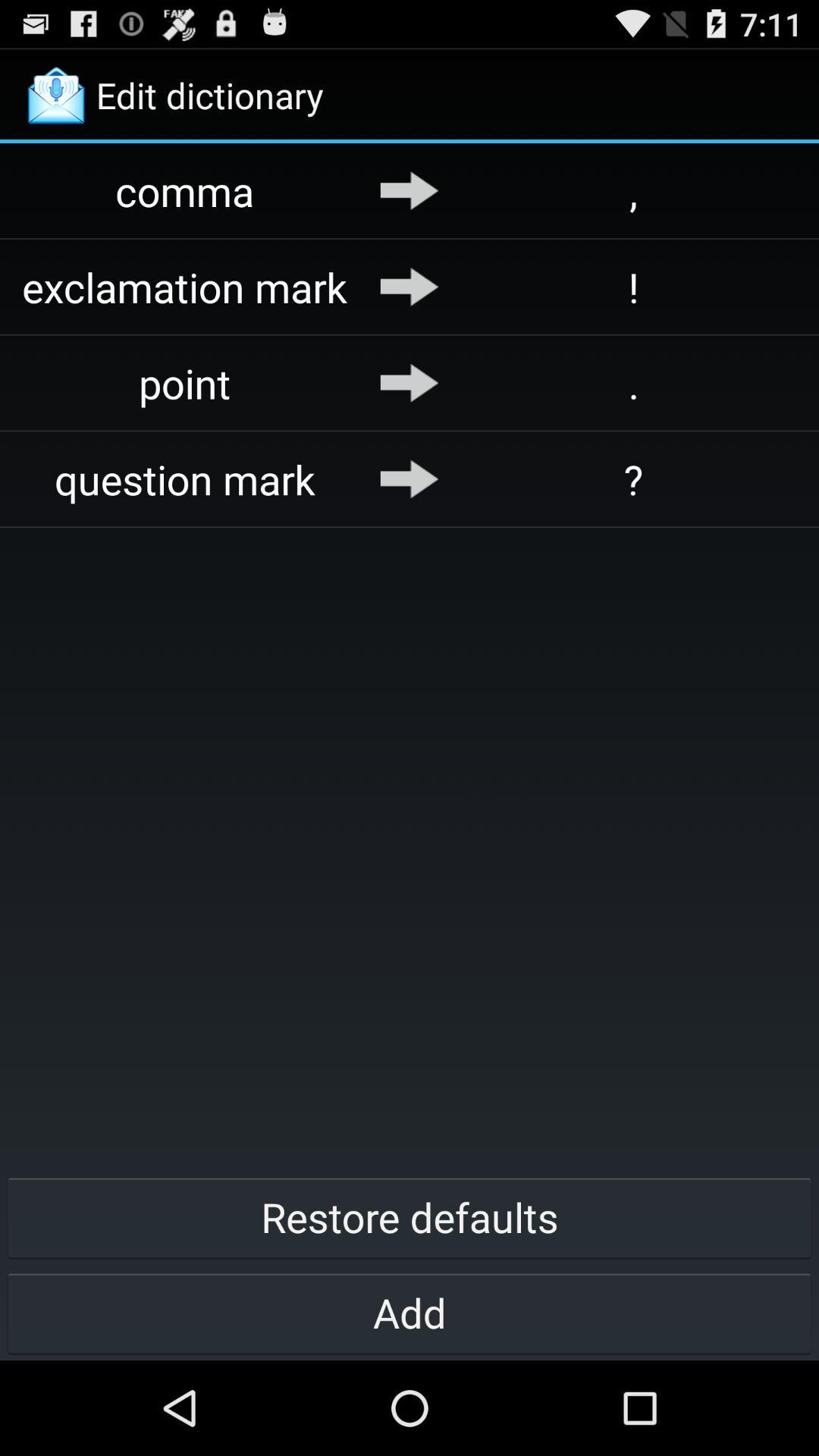 This screenshot has height=1456, width=819. Describe the element at coordinates (409, 287) in the screenshot. I see `the icon next to ! app` at that location.